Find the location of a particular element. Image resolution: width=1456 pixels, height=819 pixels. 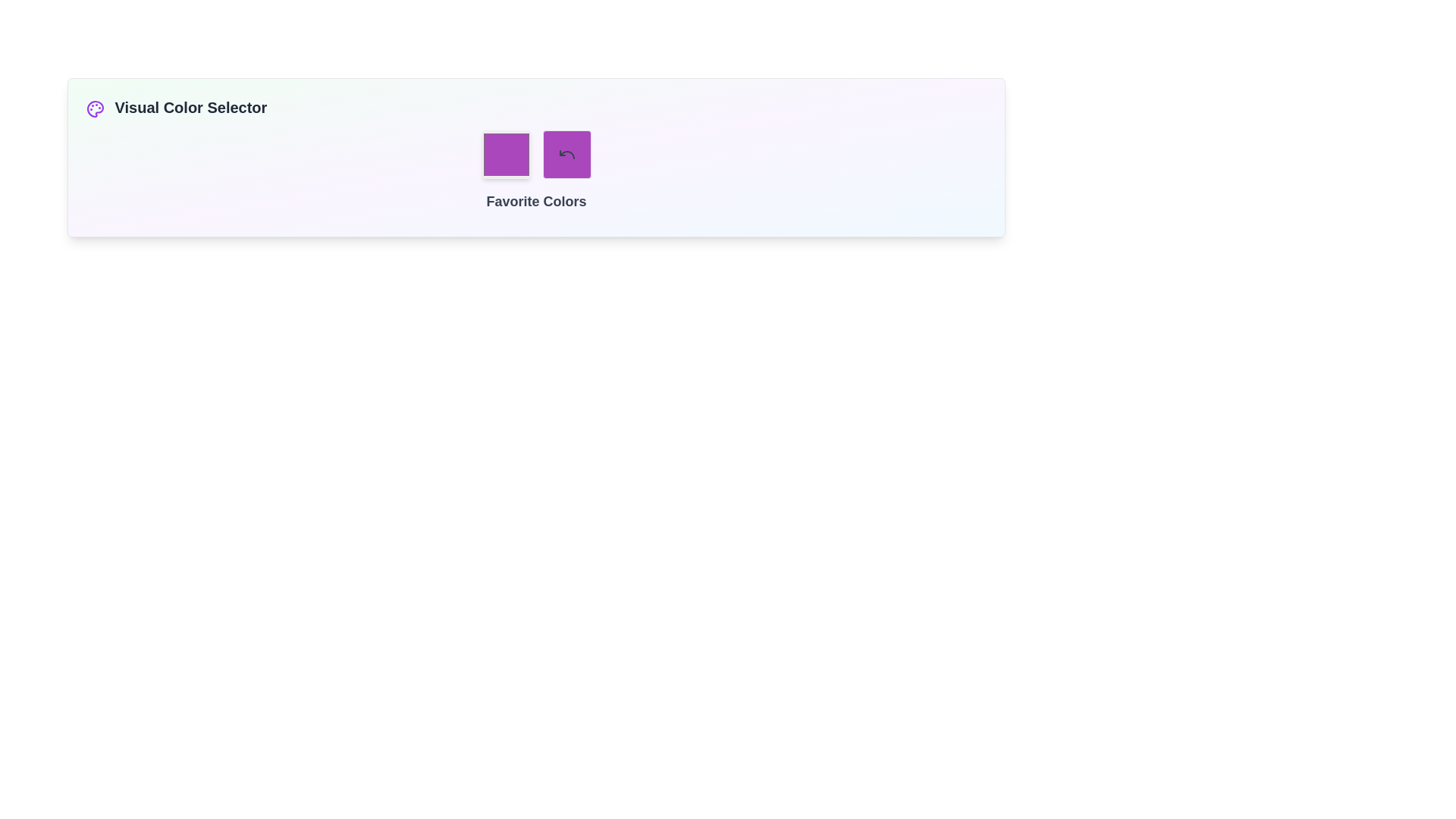

the reset button located to the right of the purple square and above the 'Favorite Colors' text to reset the color selection is located at coordinates (536, 155).